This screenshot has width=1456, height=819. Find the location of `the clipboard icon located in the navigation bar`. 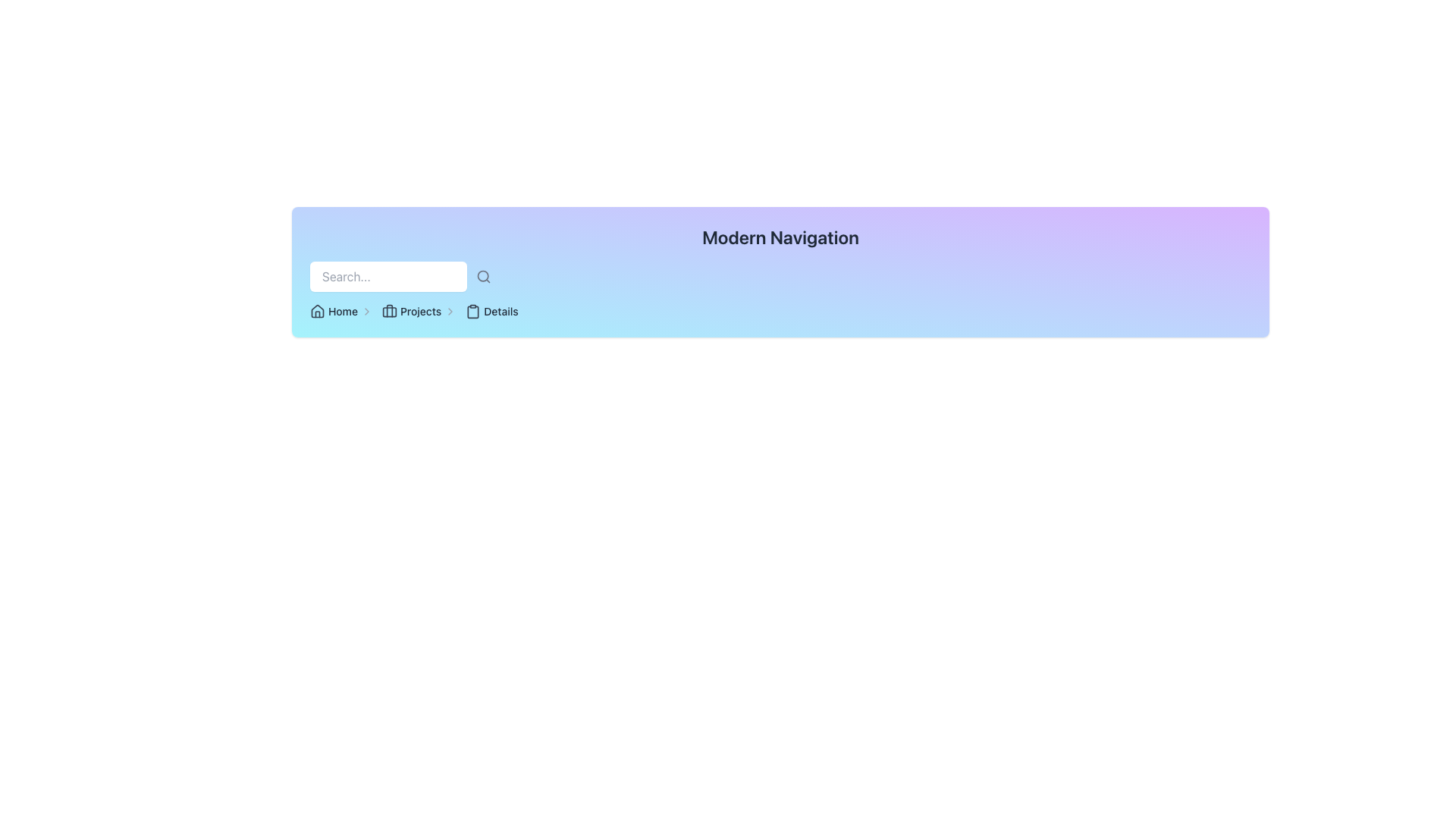

the clipboard icon located in the navigation bar is located at coordinates (472, 311).